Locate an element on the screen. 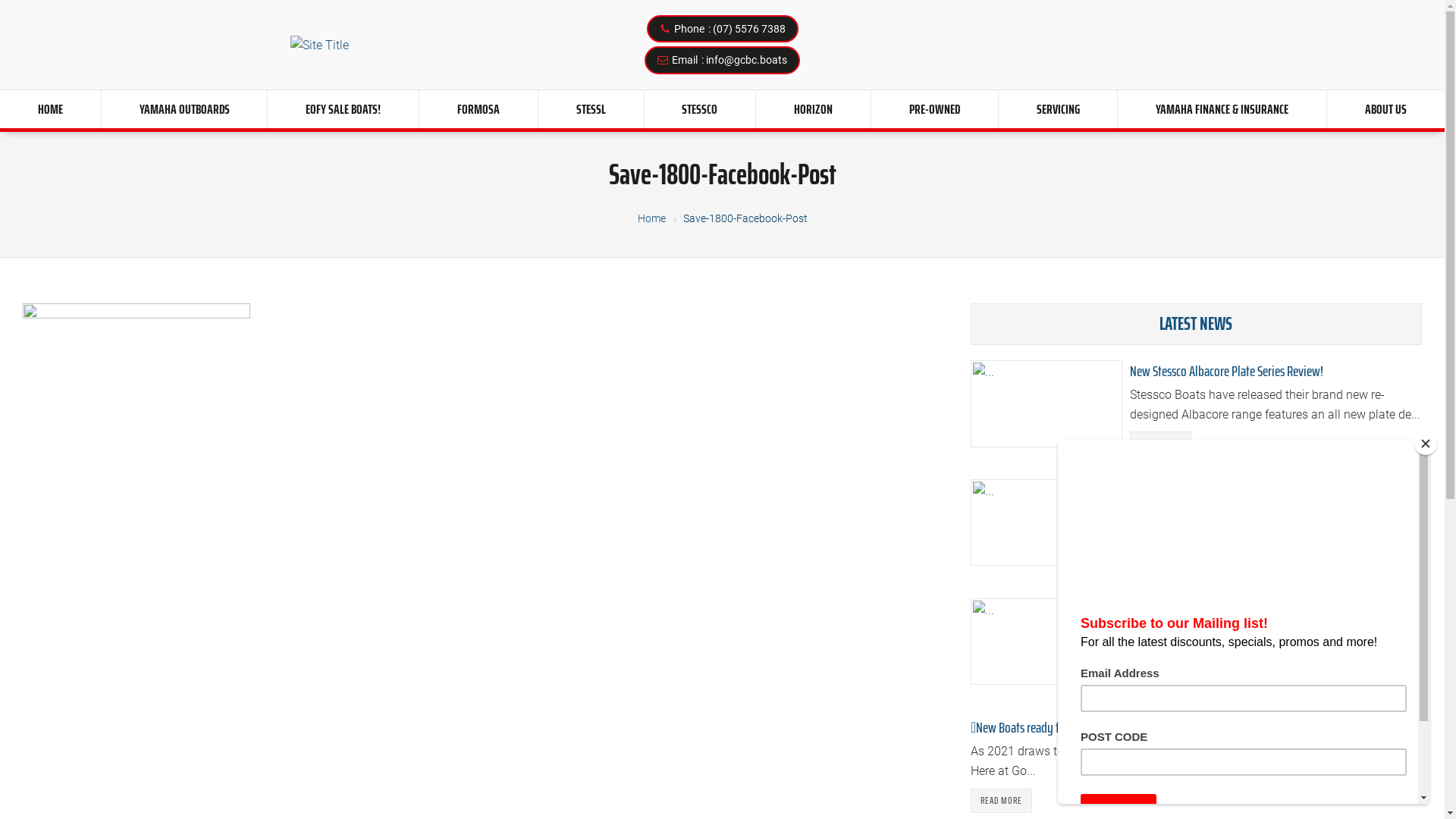 This screenshot has height=819, width=1456. 'PRE-OWNED' is located at coordinates (934, 108).